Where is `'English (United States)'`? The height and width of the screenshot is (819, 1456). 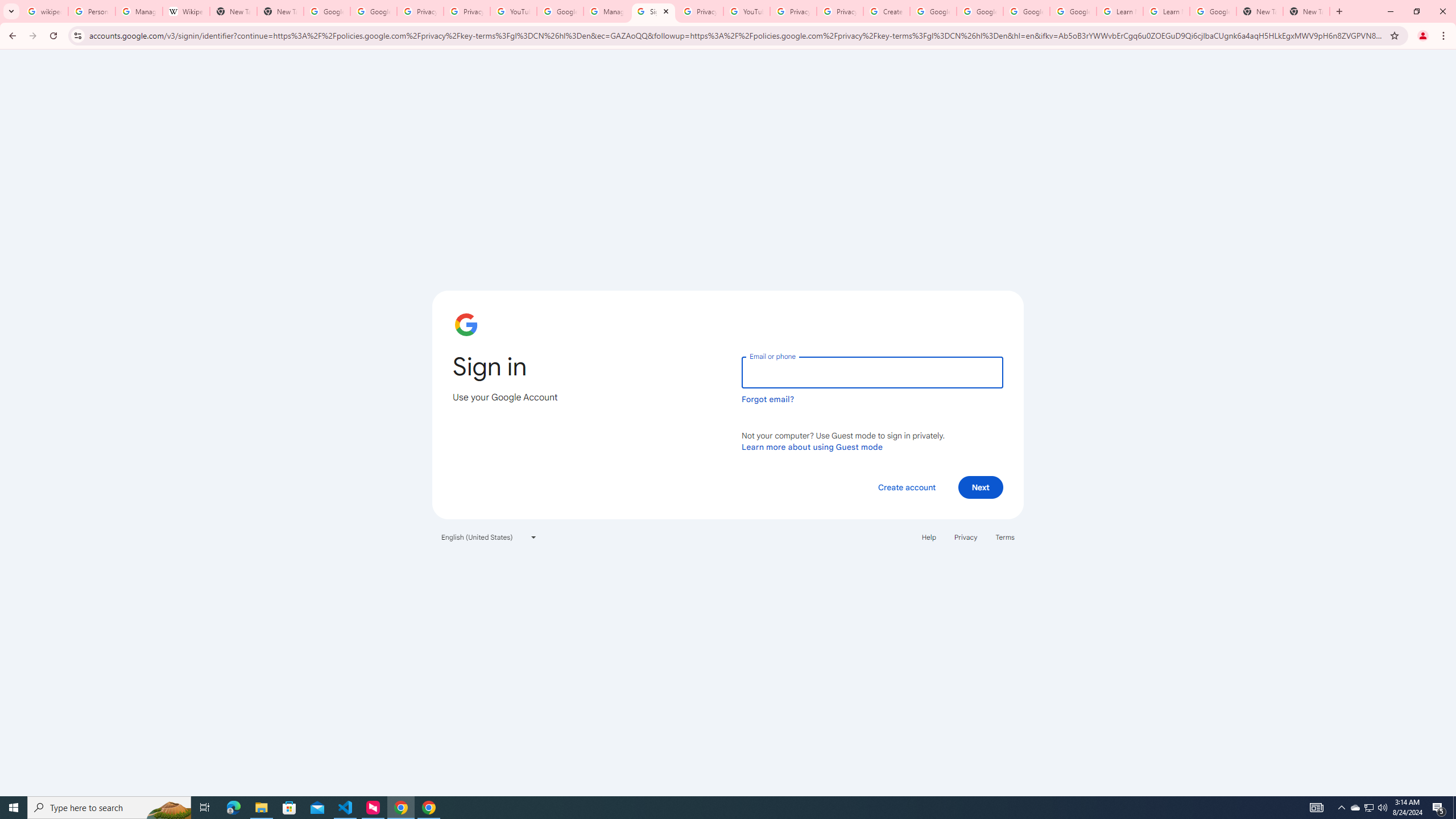 'English (United States)' is located at coordinates (489, 536).